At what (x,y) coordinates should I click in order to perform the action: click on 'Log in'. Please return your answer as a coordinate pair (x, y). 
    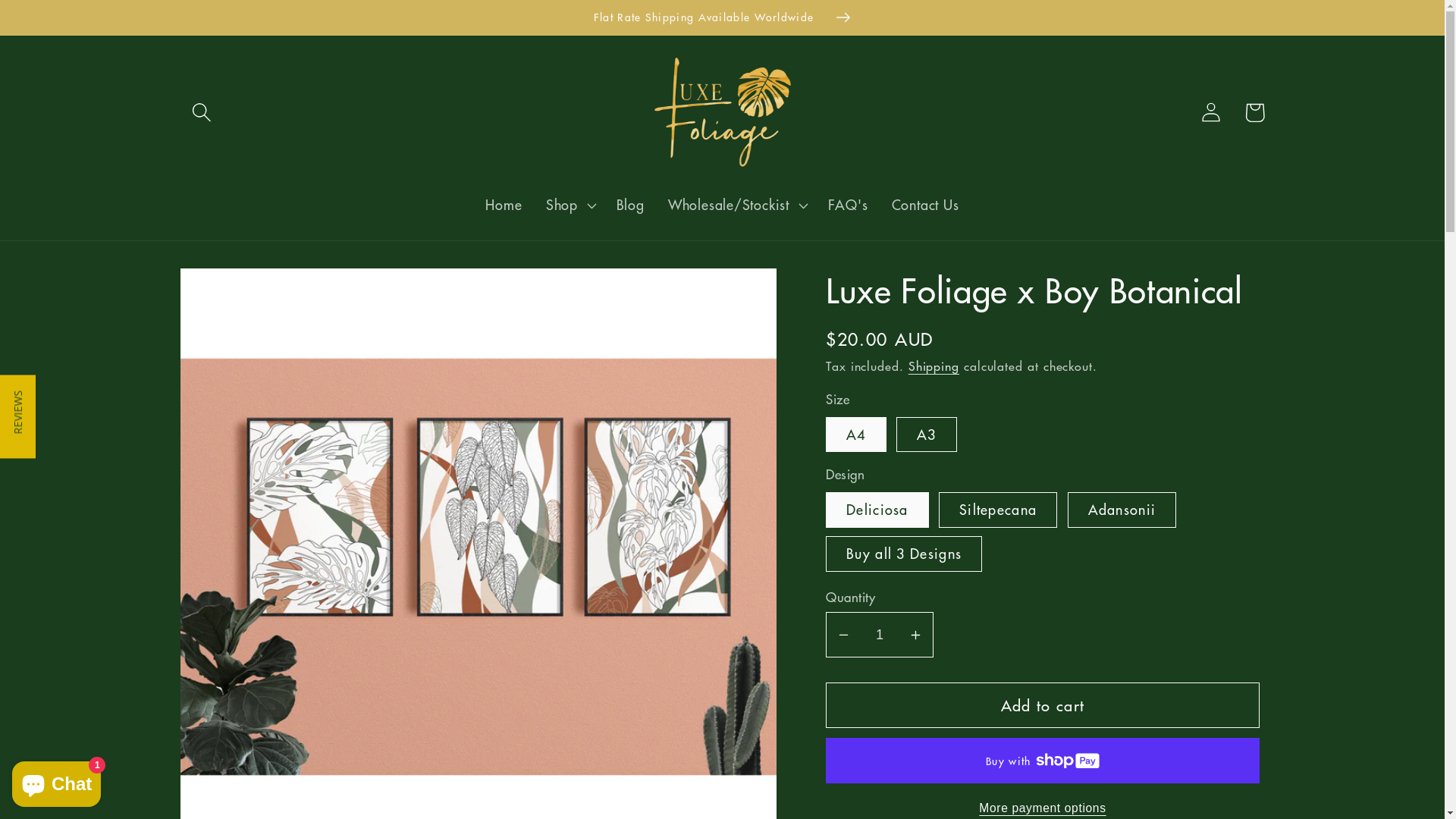
    Looking at the image, I should click on (1210, 111).